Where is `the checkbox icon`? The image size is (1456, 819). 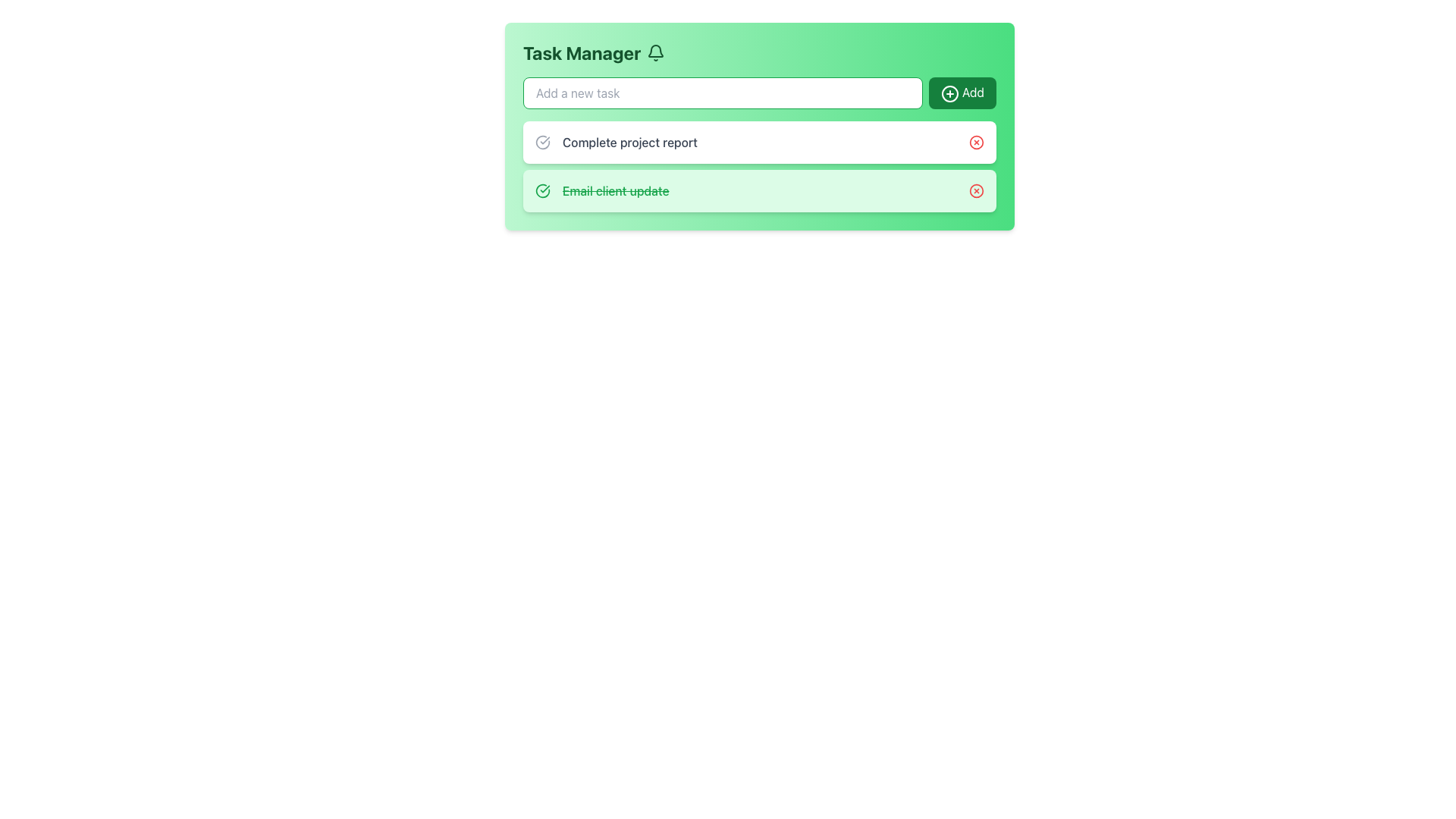
the checkbox icon is located at coordinates (542, 190).